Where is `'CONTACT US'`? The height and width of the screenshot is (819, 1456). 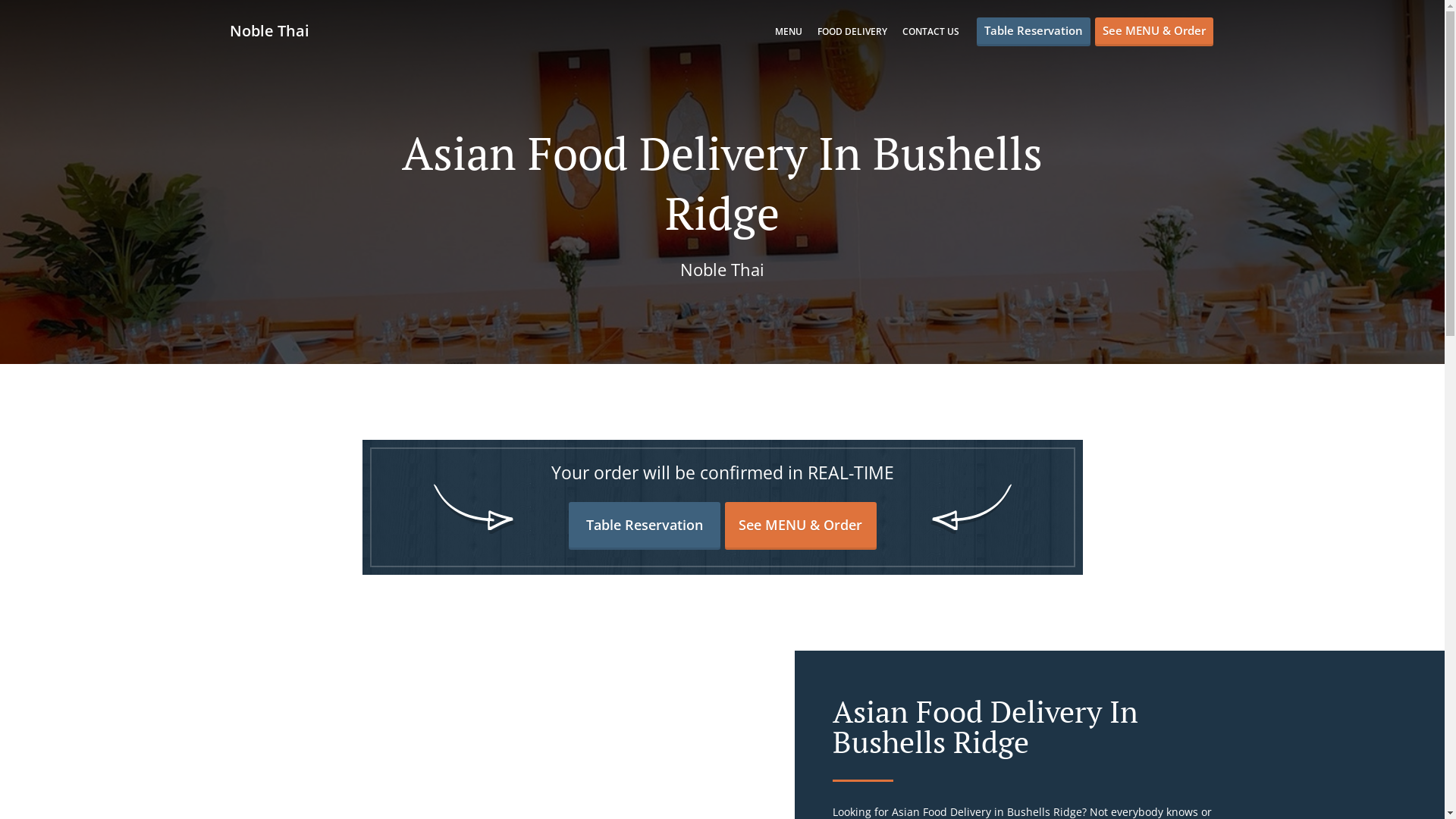 'CONTACT US' is located at coordinates (930, 31).